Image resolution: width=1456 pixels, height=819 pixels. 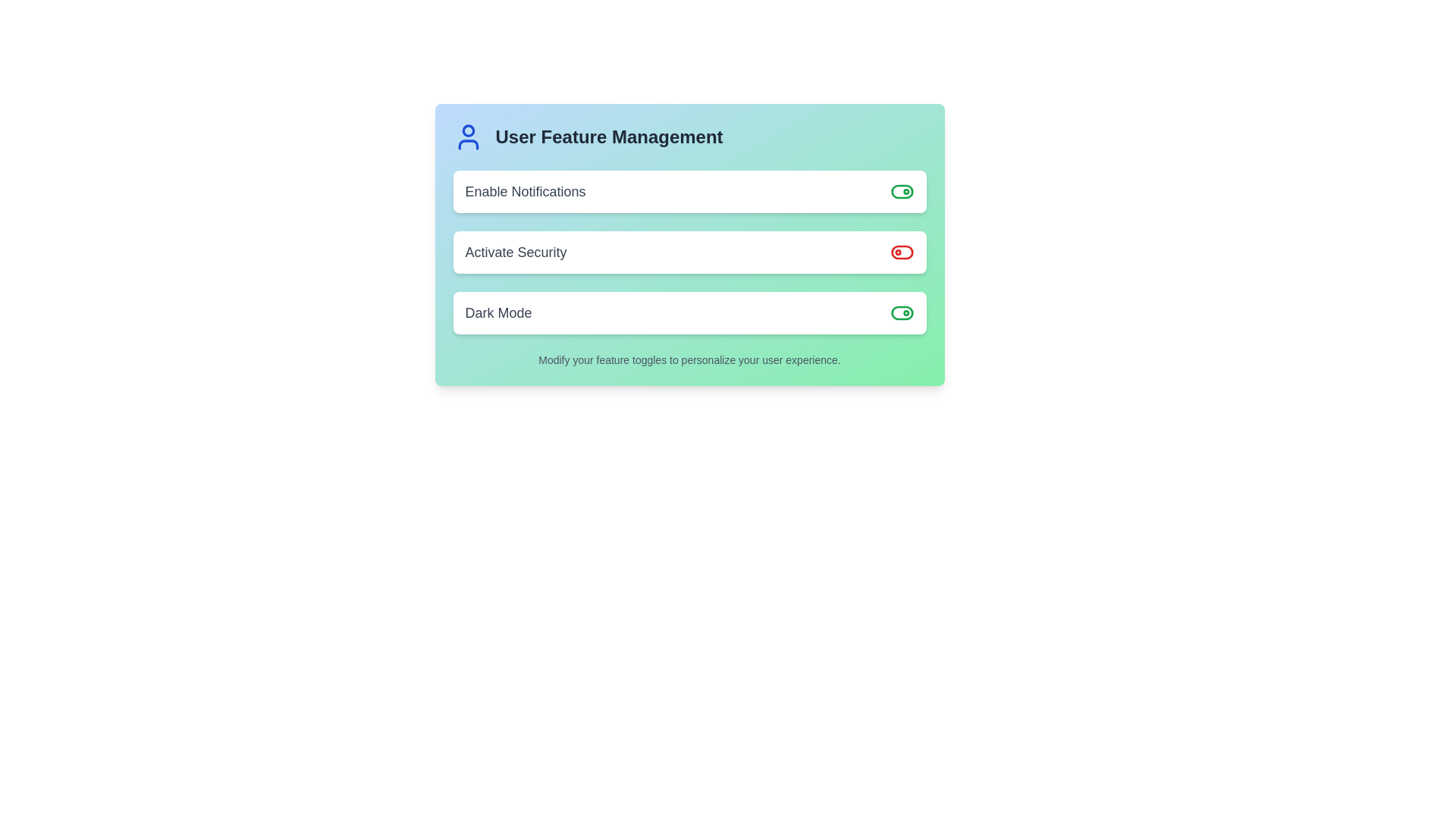 What do you see at coordinates (902, 191) in the screenshot?
I see `the appearance of the rounded rectangle toggle switch background styled in green, located next to the 'Dark Mode' text` at bounding box center [902, 191].